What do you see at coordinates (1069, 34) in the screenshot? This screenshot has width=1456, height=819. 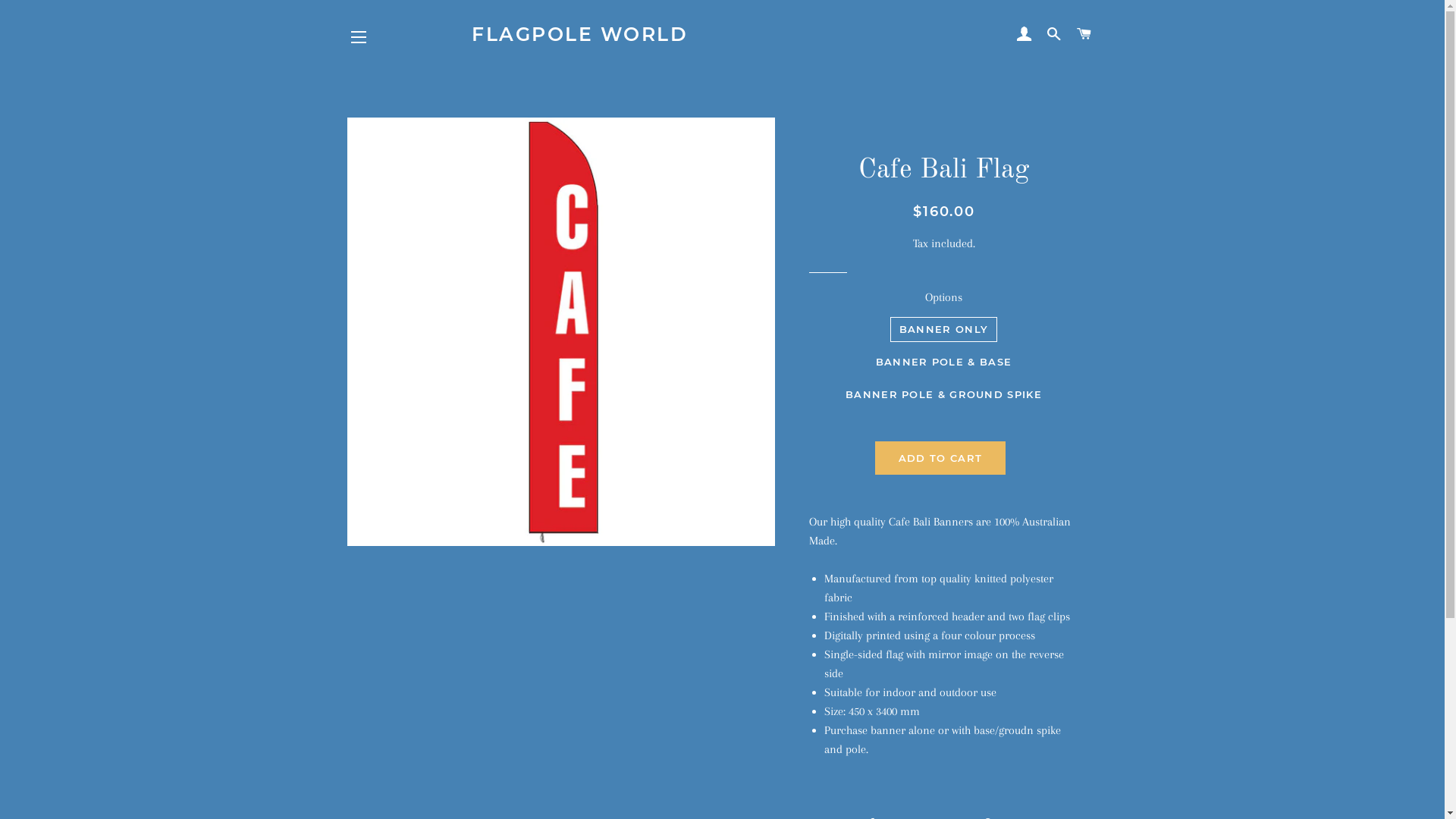 I see `'CART'` at bounding box center [1069, 34].